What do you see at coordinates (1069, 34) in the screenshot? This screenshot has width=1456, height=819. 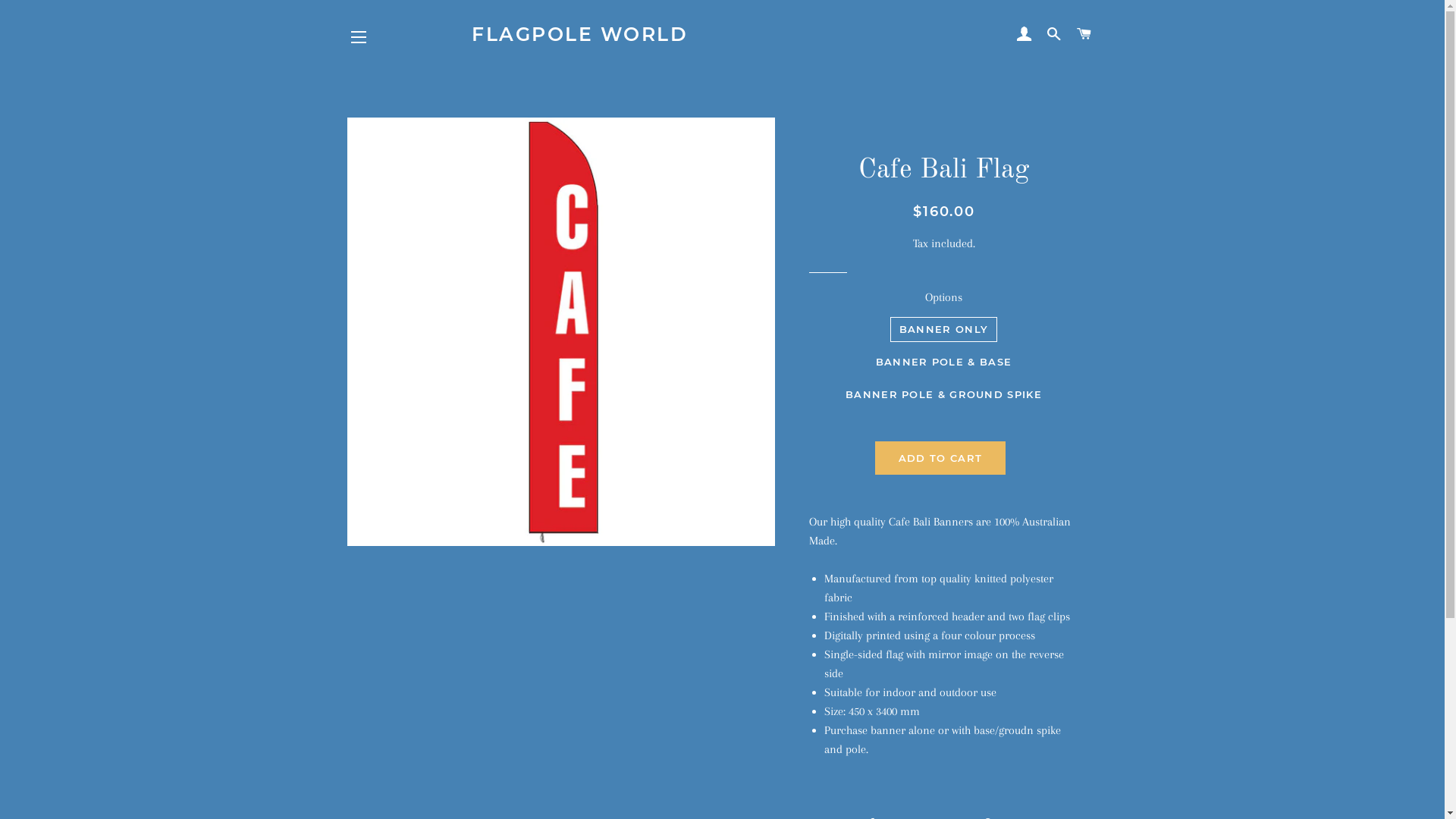 I see `'CART'` at bounding box center [1069, 34].